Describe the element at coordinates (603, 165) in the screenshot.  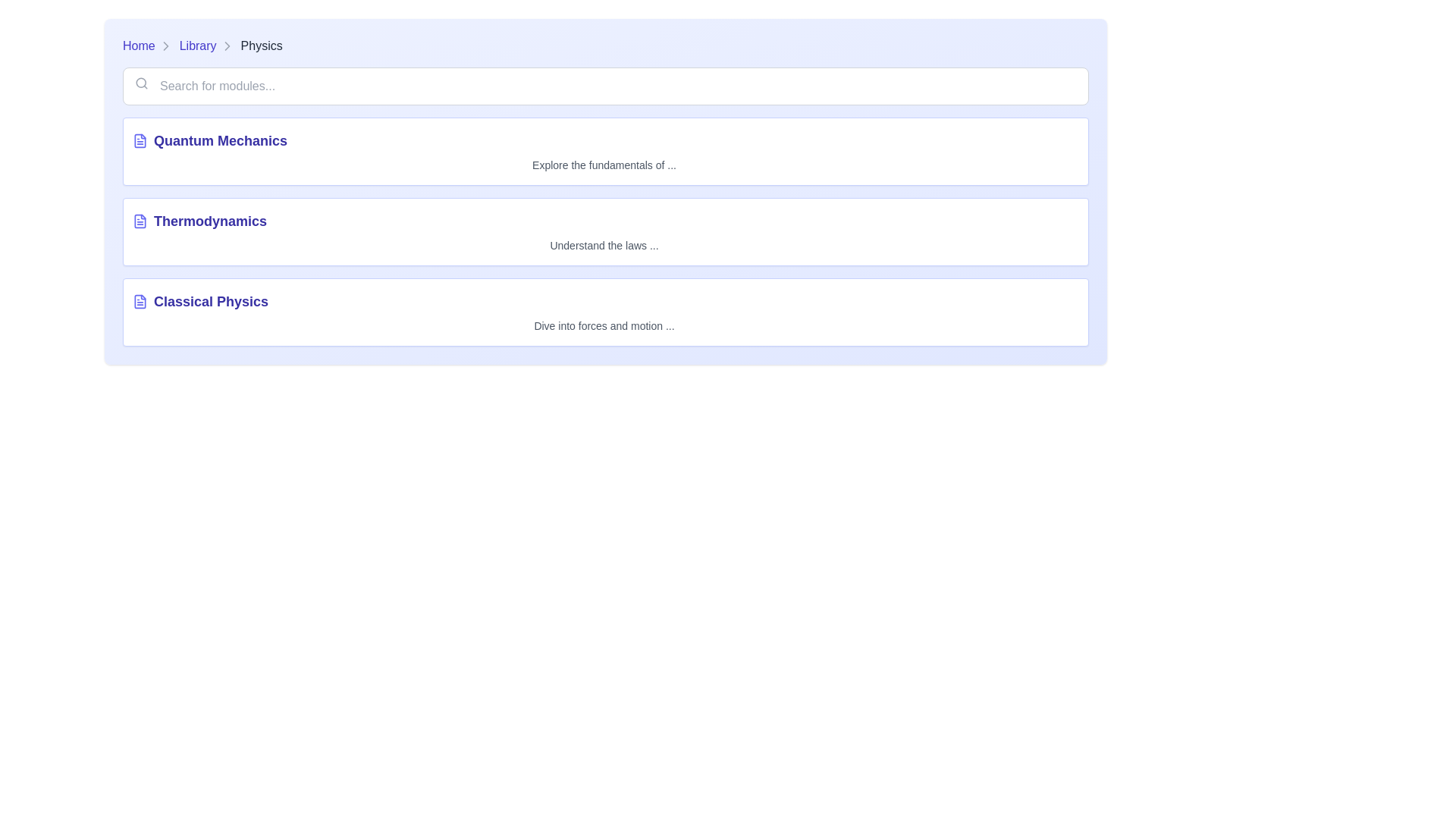
I see `the descriptive text element located below the 'Quantum Mechanics' header, which provides an overview or summary of the topic` at that location.